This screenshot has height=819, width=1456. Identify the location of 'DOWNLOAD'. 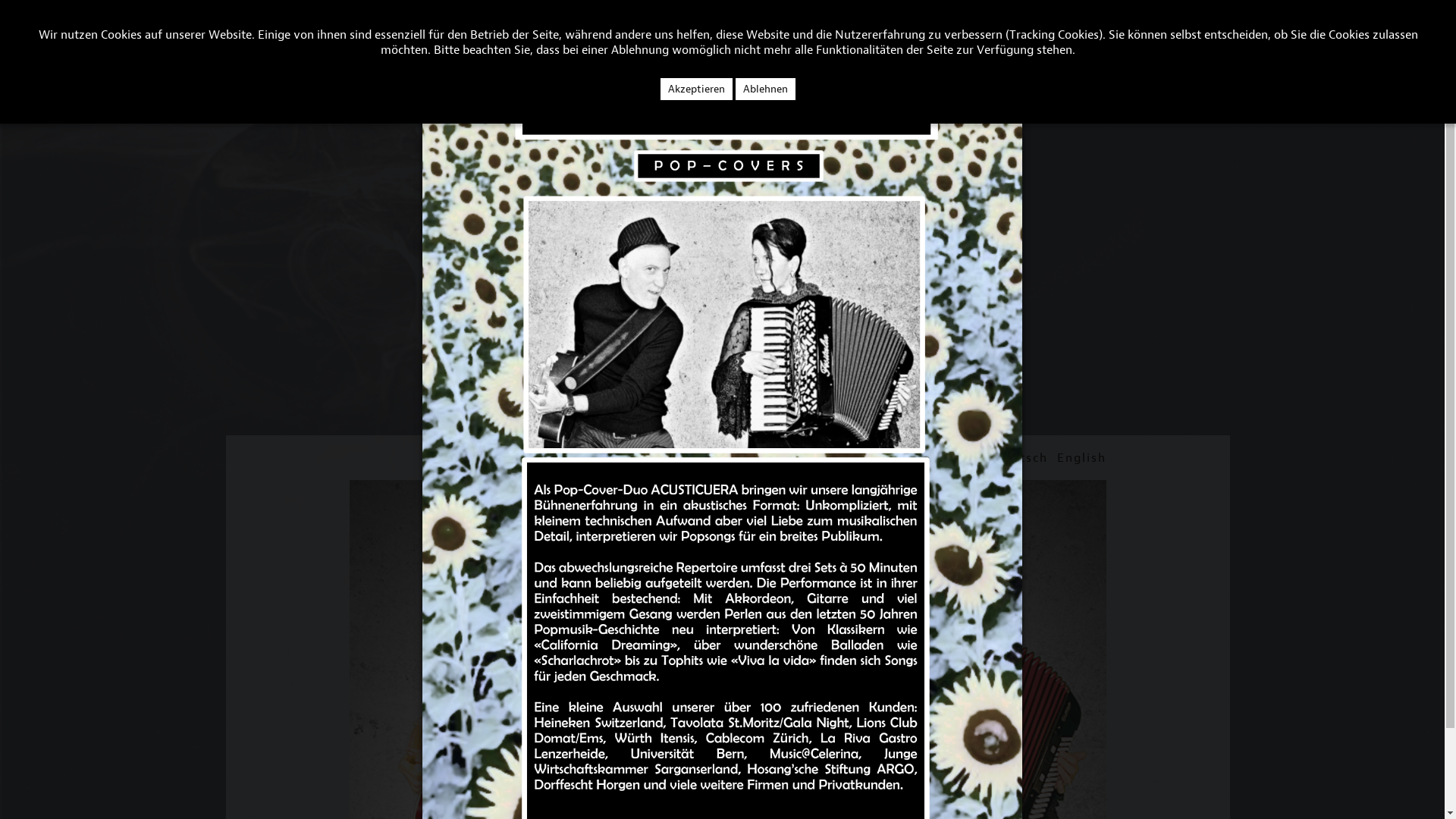
(318, 42).